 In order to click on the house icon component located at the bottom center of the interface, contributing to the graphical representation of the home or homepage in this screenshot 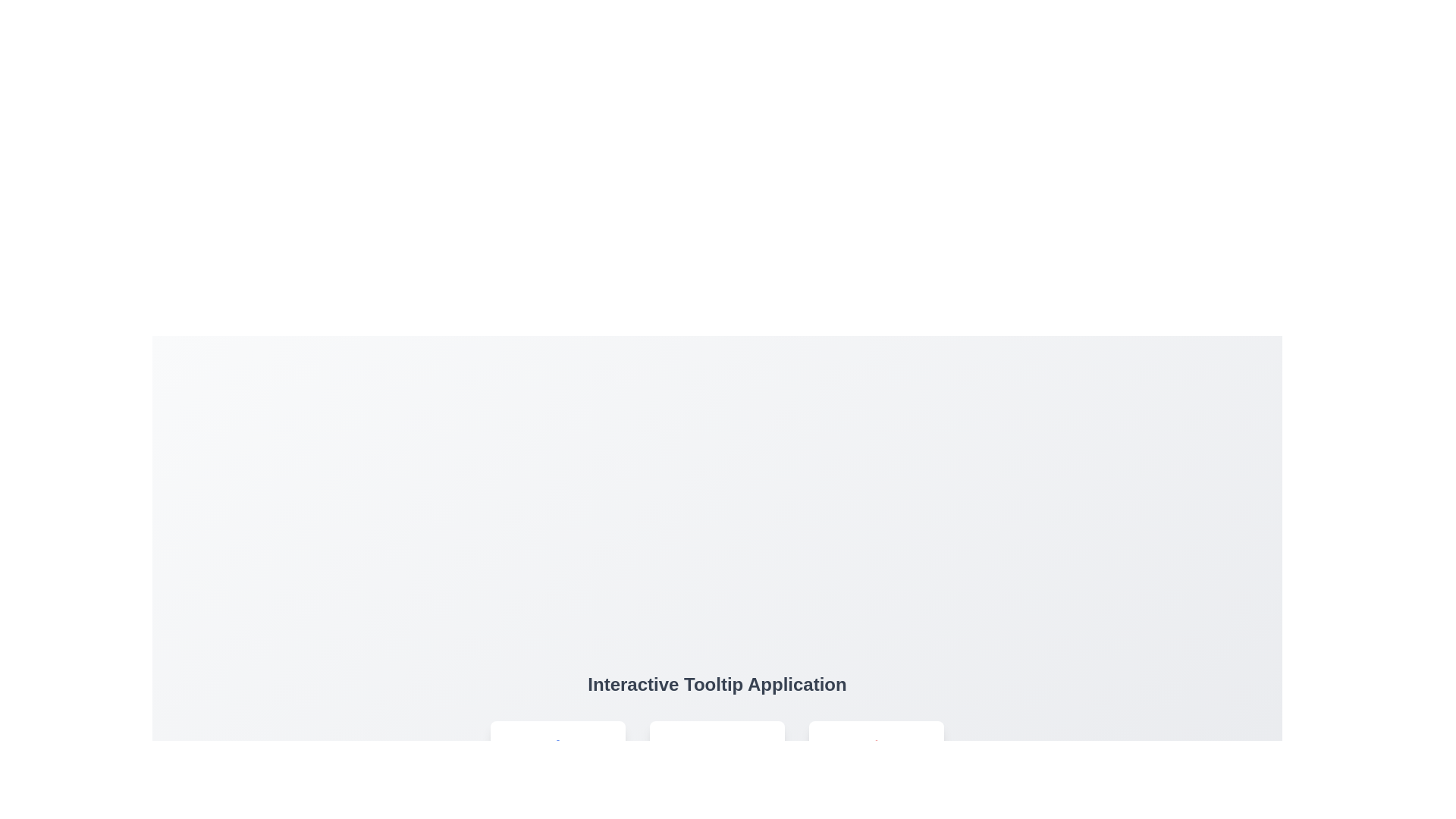, I will do `click(557, 752)`.